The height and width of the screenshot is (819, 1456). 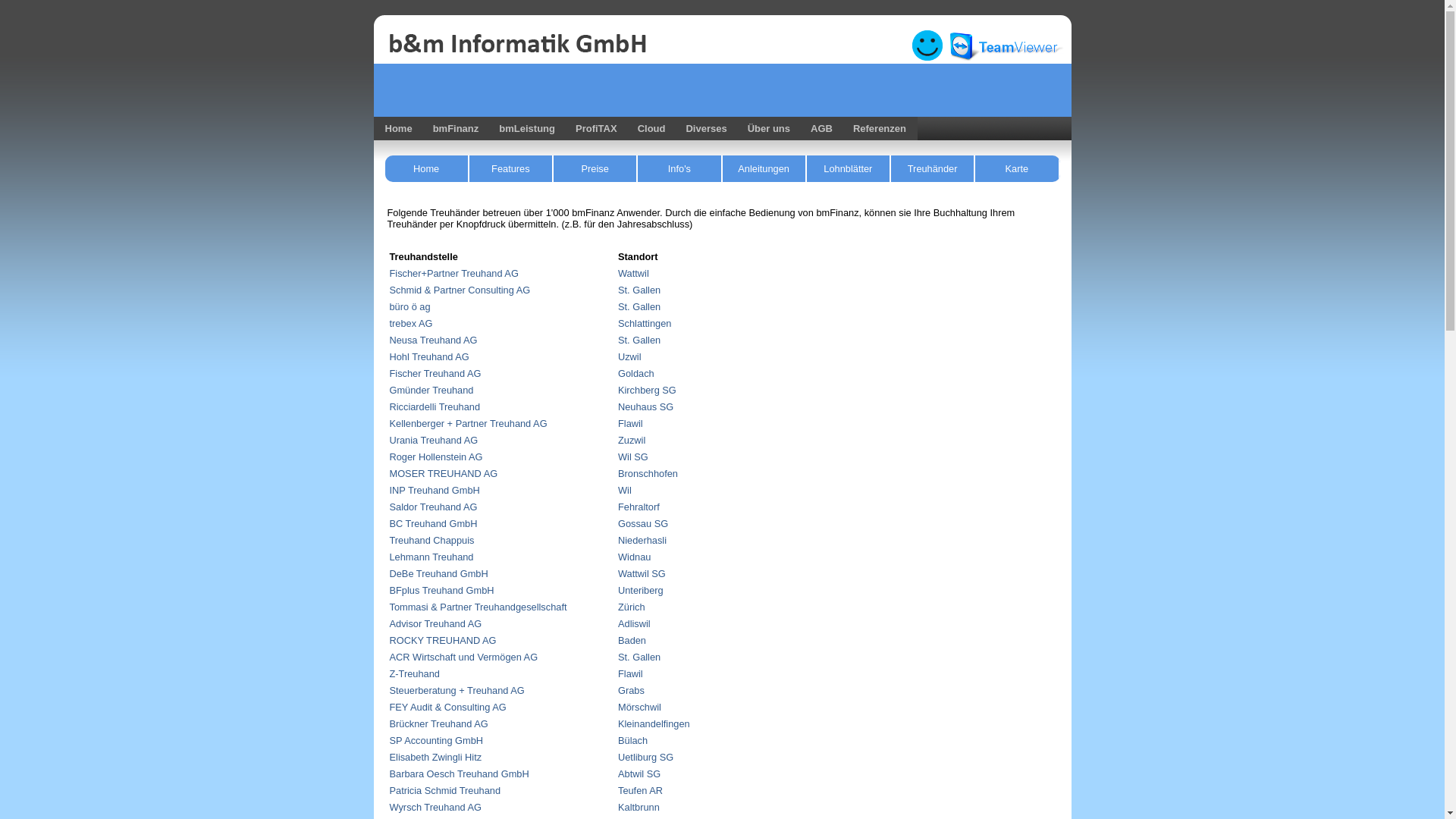 What do you see at coordinates (631, 690) in the screenshot?
I see `'Grabs'` at bounding box center [631, 690].